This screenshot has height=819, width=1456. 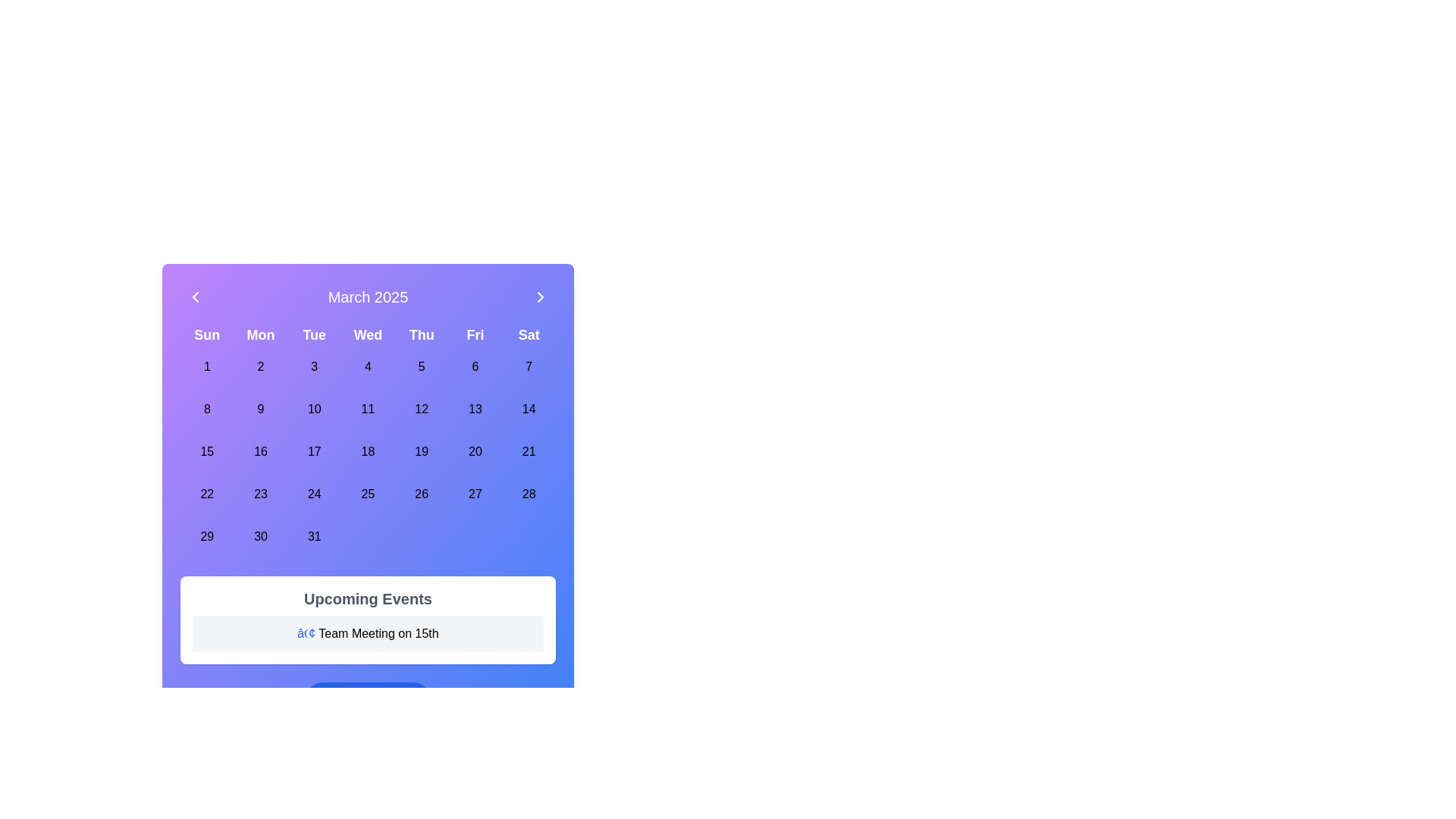 I want to click on the circular button labeled '22' in the calendar grid, so click(x=206, y=494).